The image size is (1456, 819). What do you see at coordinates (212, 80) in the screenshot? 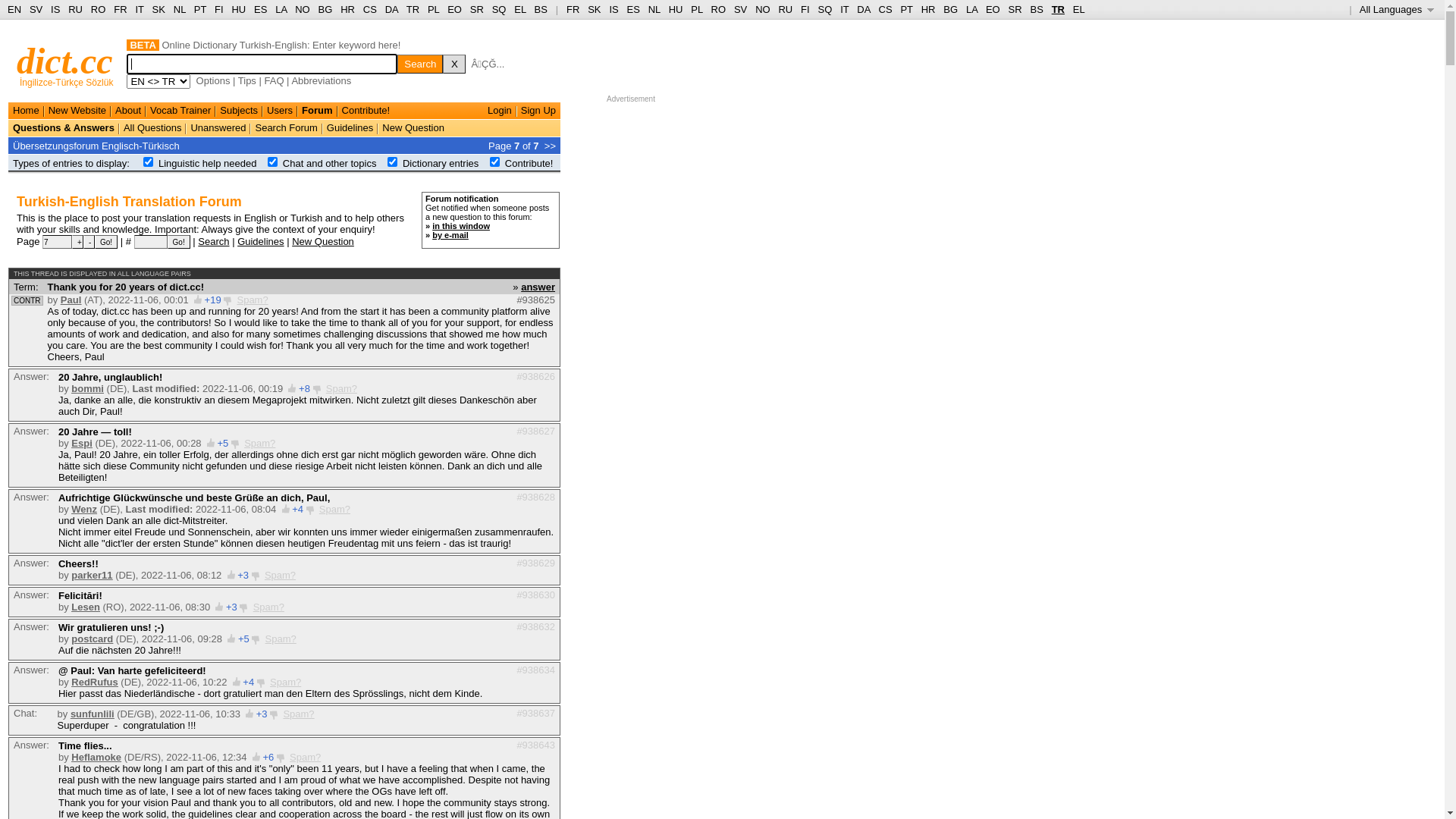
I see `'Options'` at bounding box center [212, 80].